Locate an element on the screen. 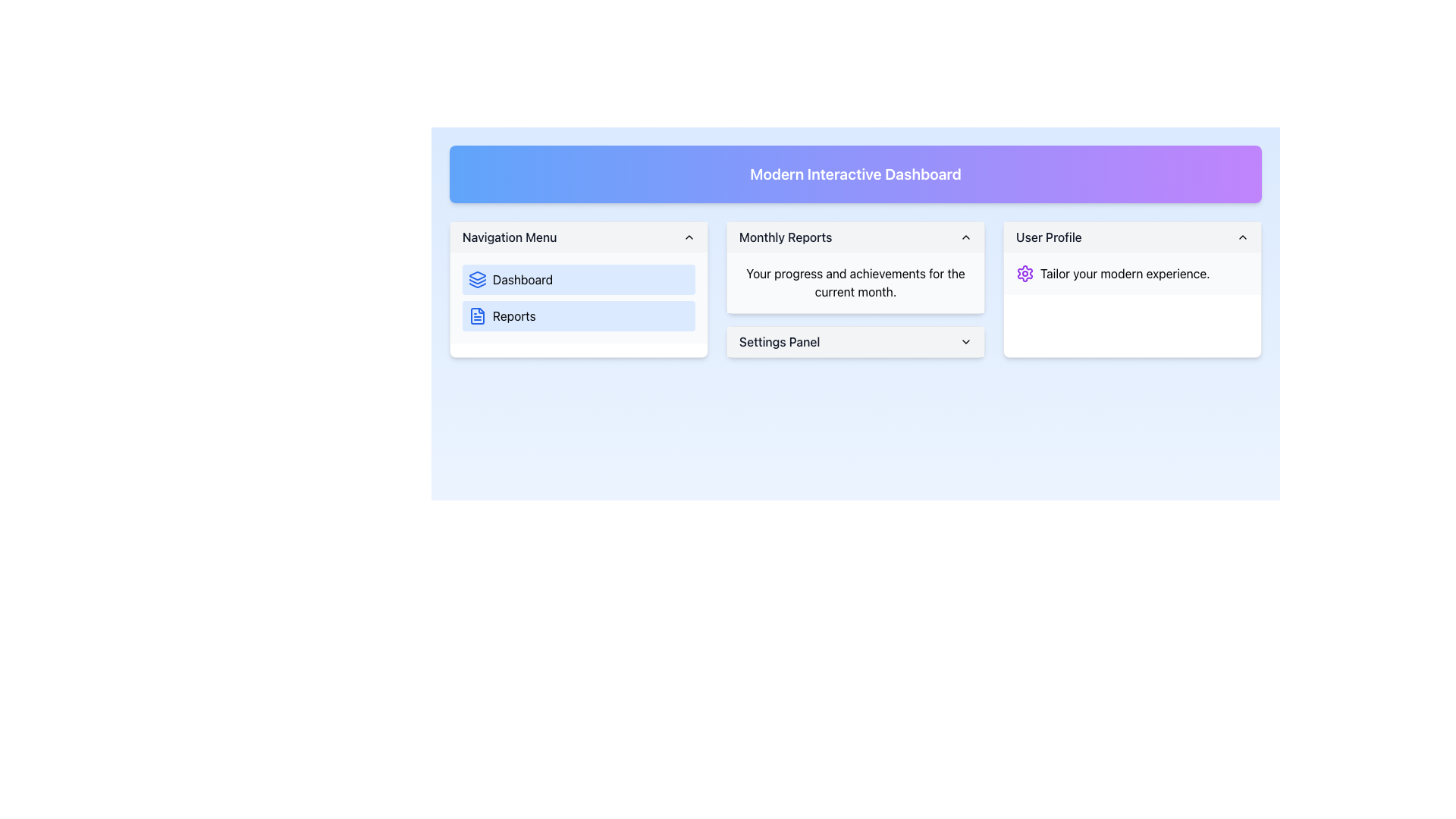 The width and height of the screenshot is (1456, 819). the toggle icon for the 'User Profile' section is located at coordinates (1242, 237).